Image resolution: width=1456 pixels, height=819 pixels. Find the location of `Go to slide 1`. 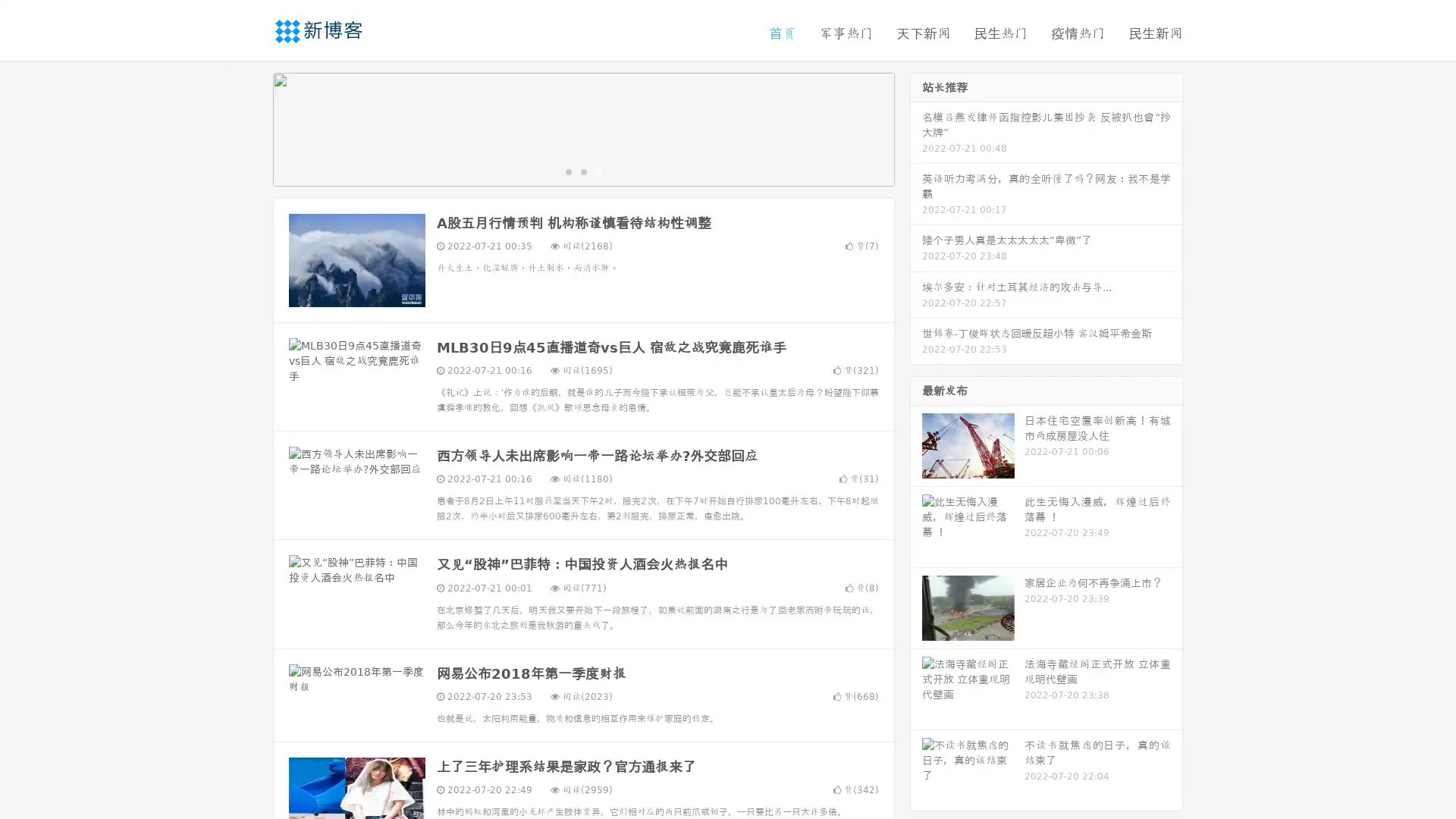

Go to slide 1 is located at coordinates (567, 171).